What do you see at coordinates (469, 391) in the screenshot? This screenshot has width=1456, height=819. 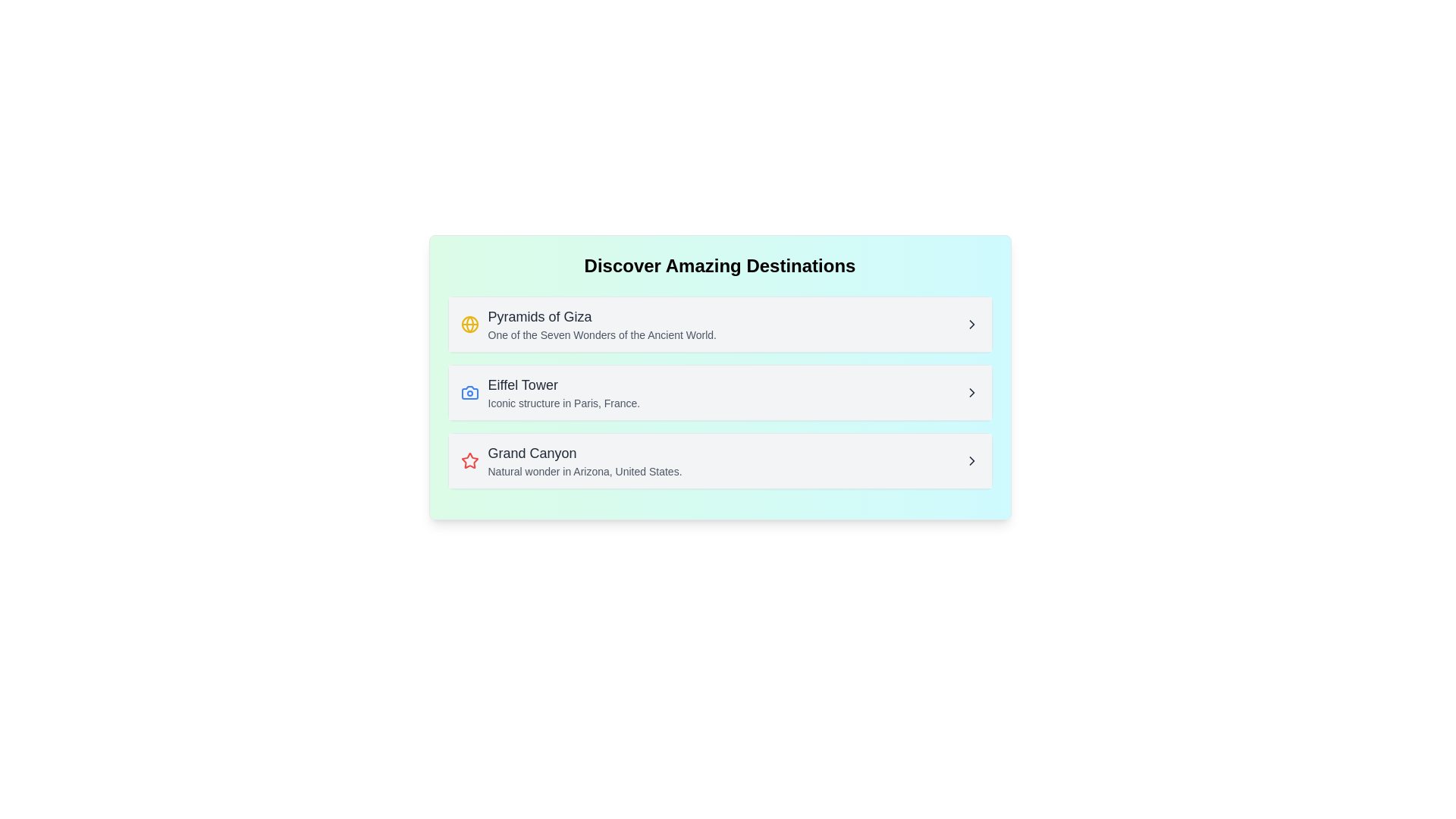 I see `the icon that visually represents the 'Eiffel Tower' list item, located on the left side of the text label` at bounding box center [469, 391].